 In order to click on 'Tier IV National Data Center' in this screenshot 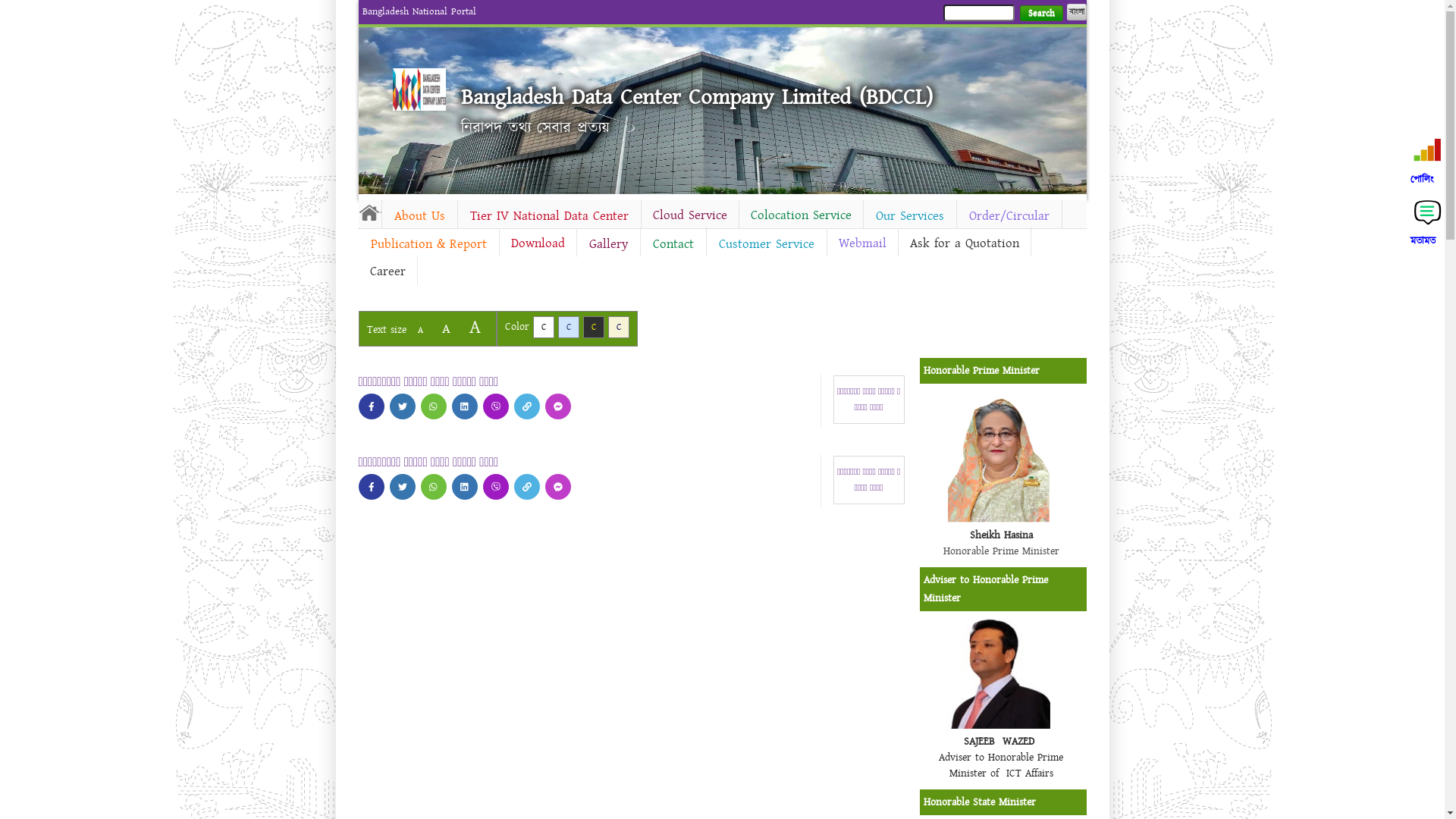, I will do `click(457, 216)`.